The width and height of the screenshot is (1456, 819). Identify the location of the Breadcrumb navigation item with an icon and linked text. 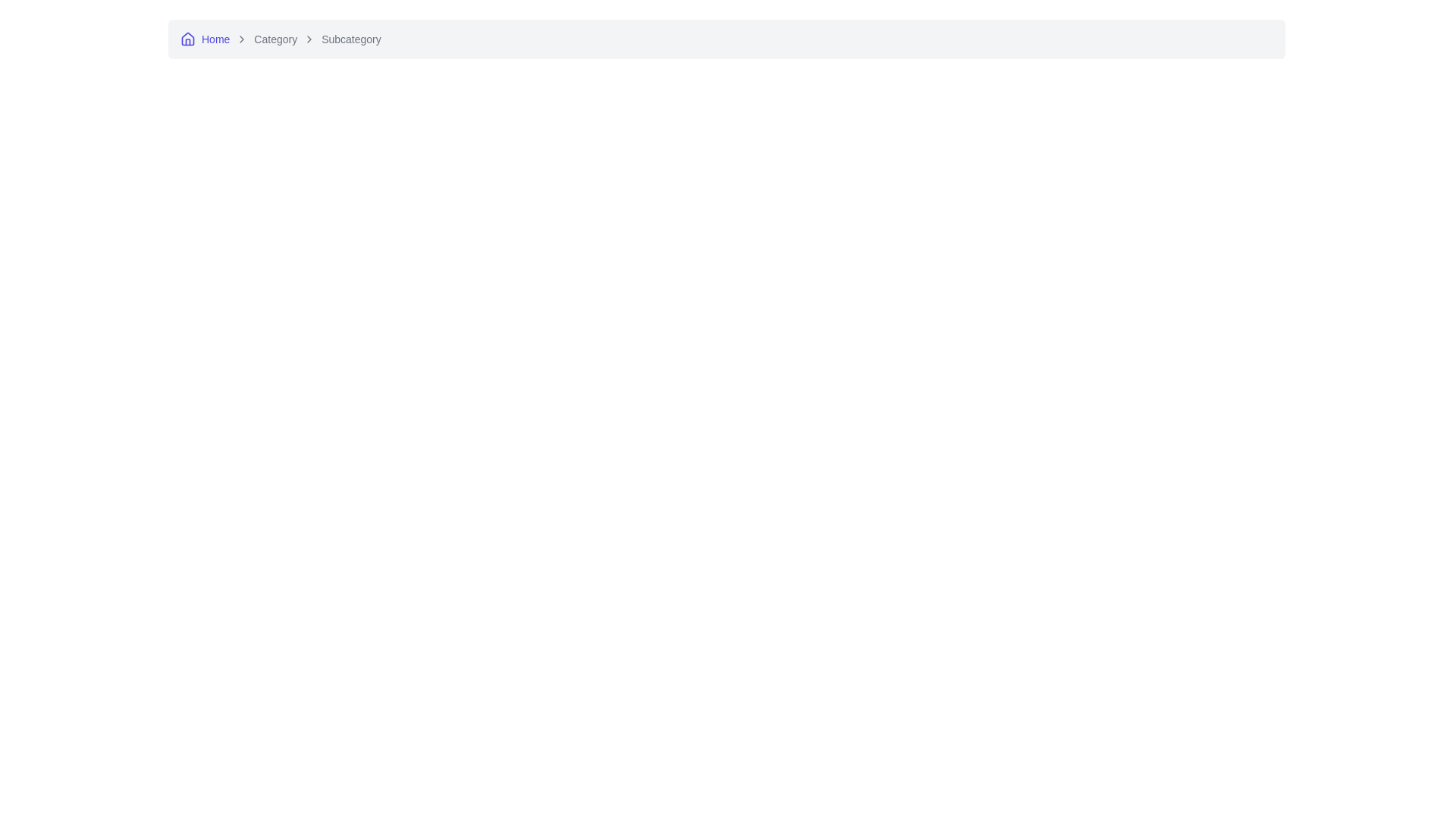
(204, 38).